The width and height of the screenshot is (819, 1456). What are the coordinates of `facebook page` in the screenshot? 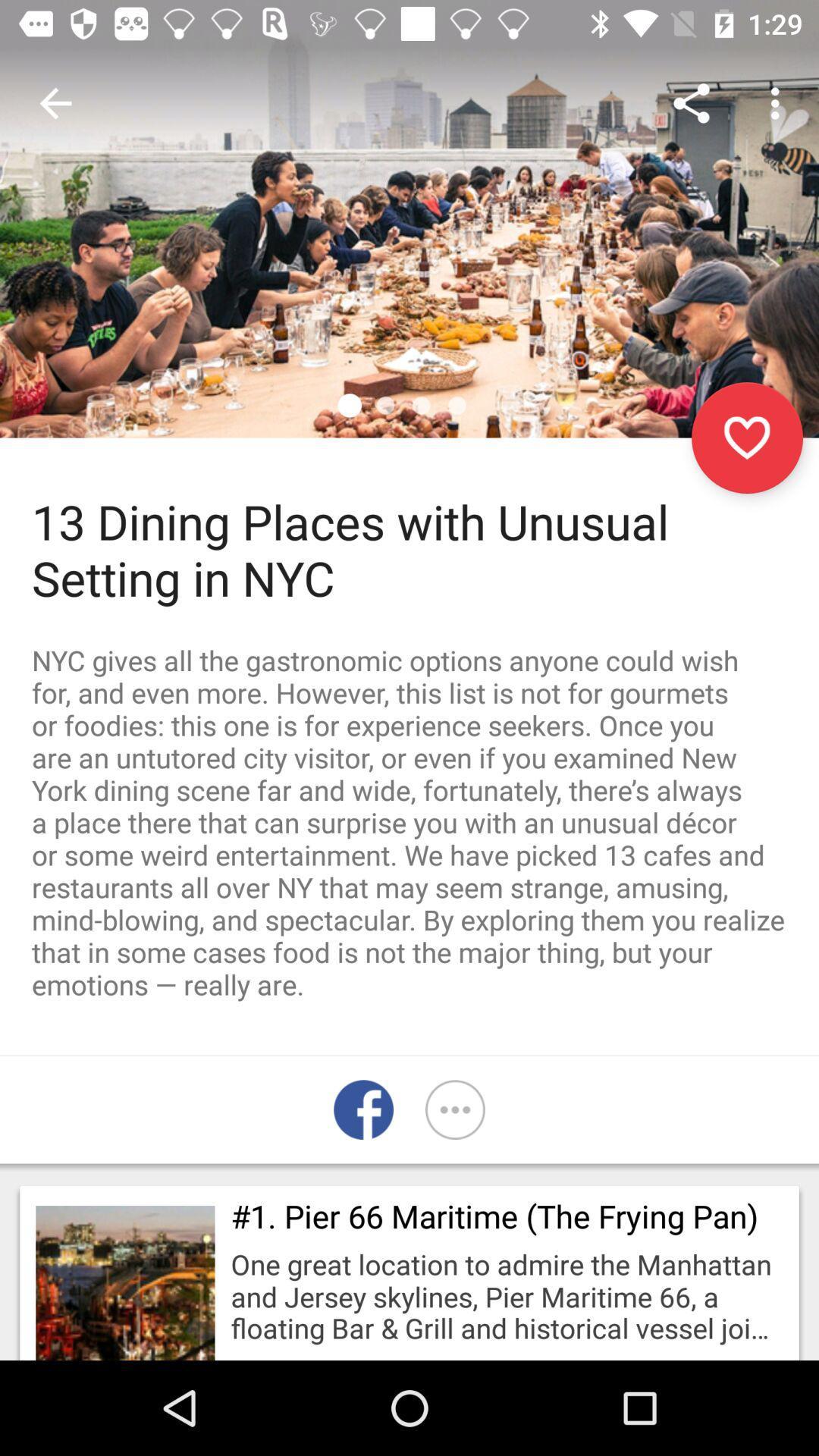 It's located at (363, 1109).